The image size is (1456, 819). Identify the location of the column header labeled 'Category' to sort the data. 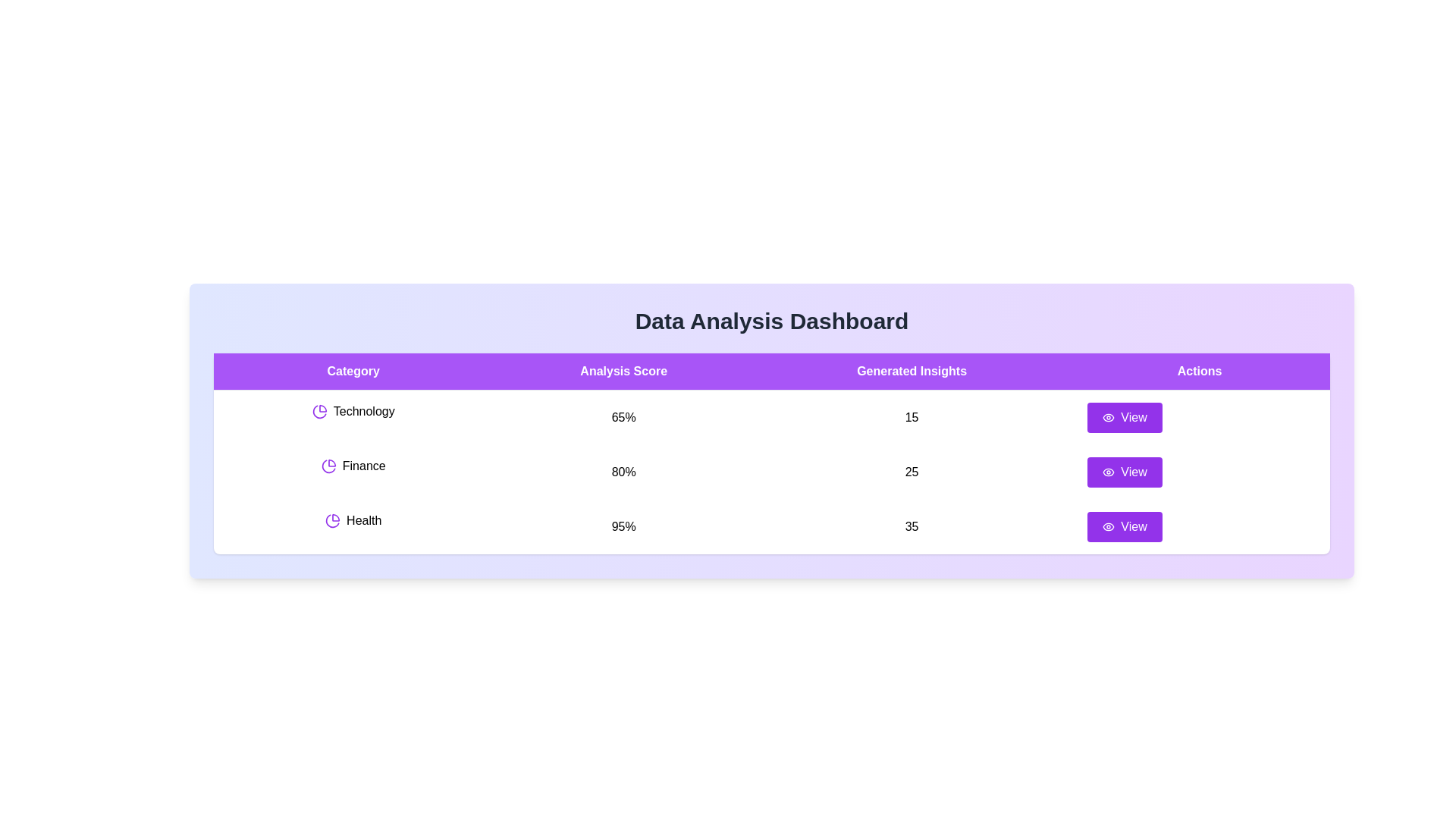
(352, 371).